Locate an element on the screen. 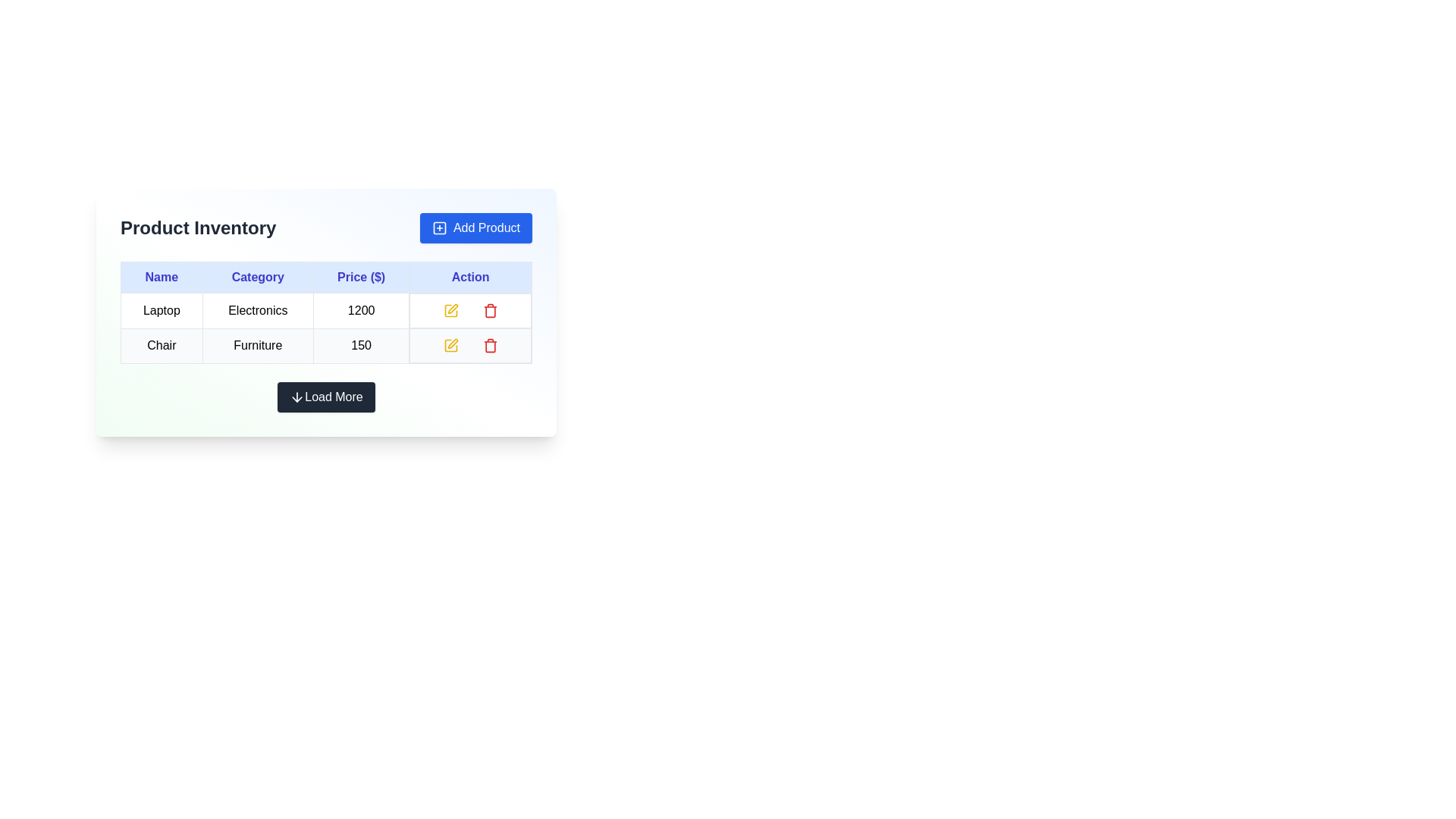 The image size is (1456, 819). the price cell in the first row and third column of the inventory table, which displays the price of the corresponding item, next to the 'Electronics' text is located at coordinates (360, 309).